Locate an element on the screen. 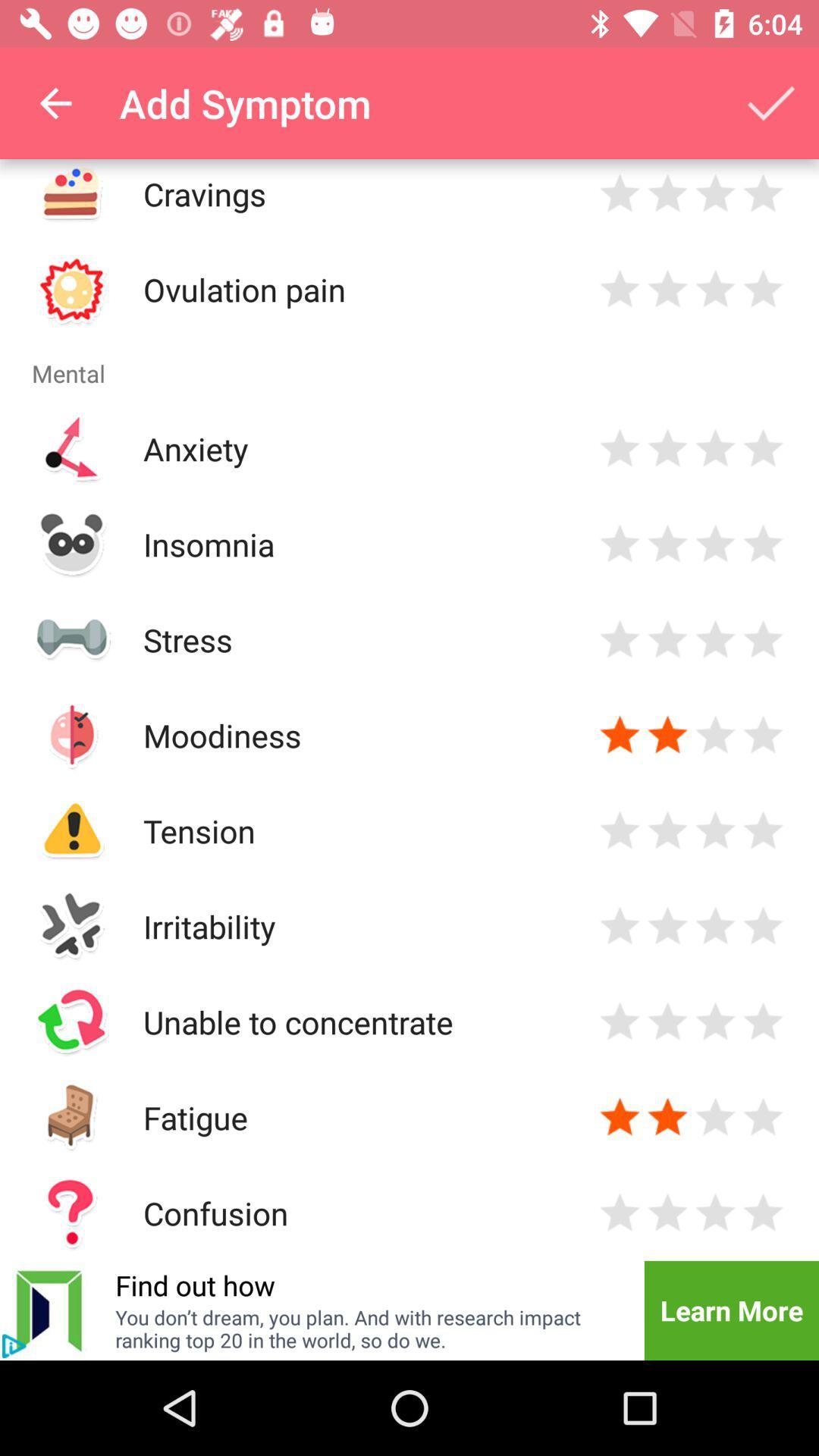 The image size is (819, 1456). 3 points is located at coordinates (715, 925).